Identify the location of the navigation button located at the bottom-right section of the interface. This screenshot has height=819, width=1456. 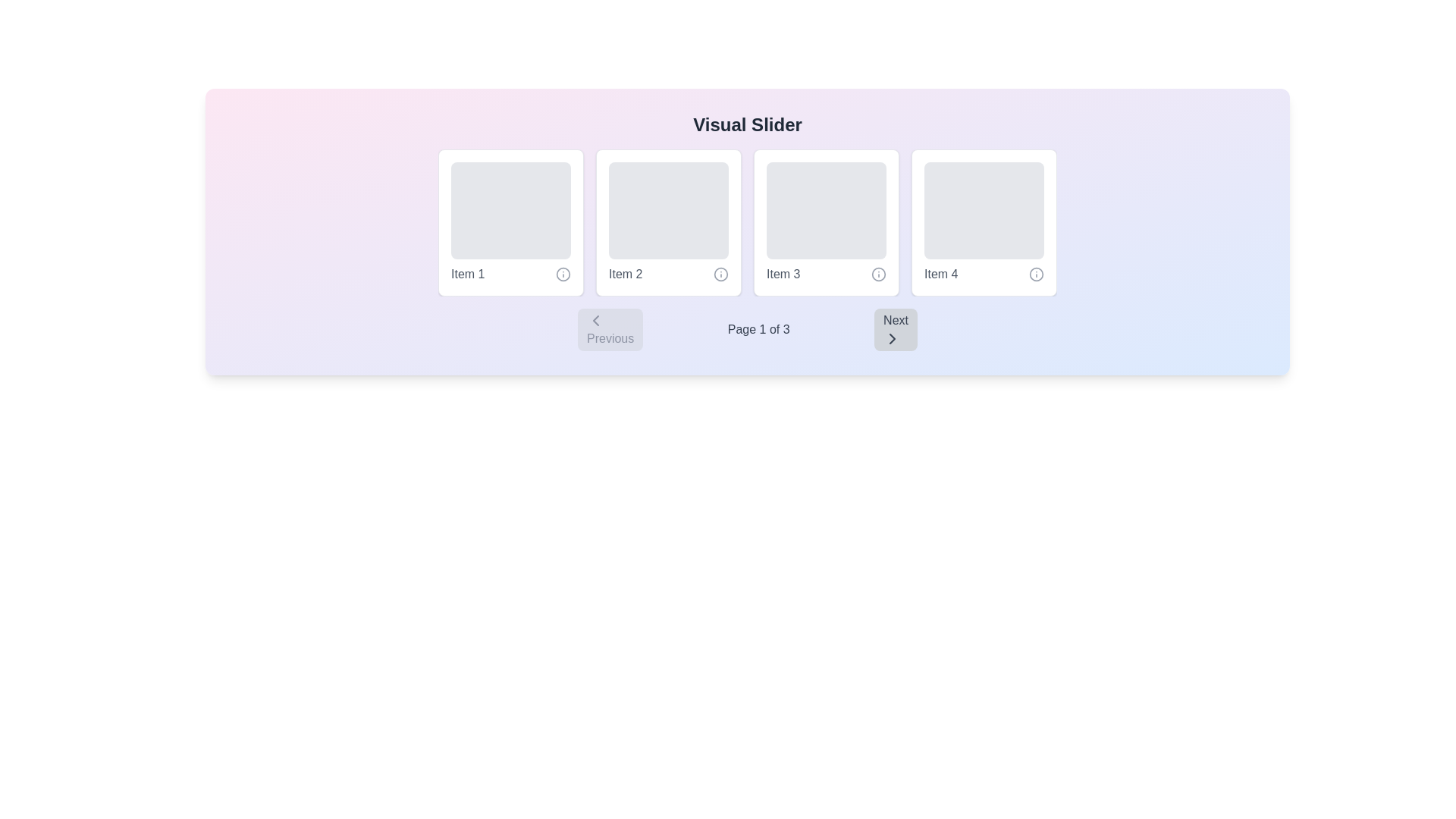
(896, 329).